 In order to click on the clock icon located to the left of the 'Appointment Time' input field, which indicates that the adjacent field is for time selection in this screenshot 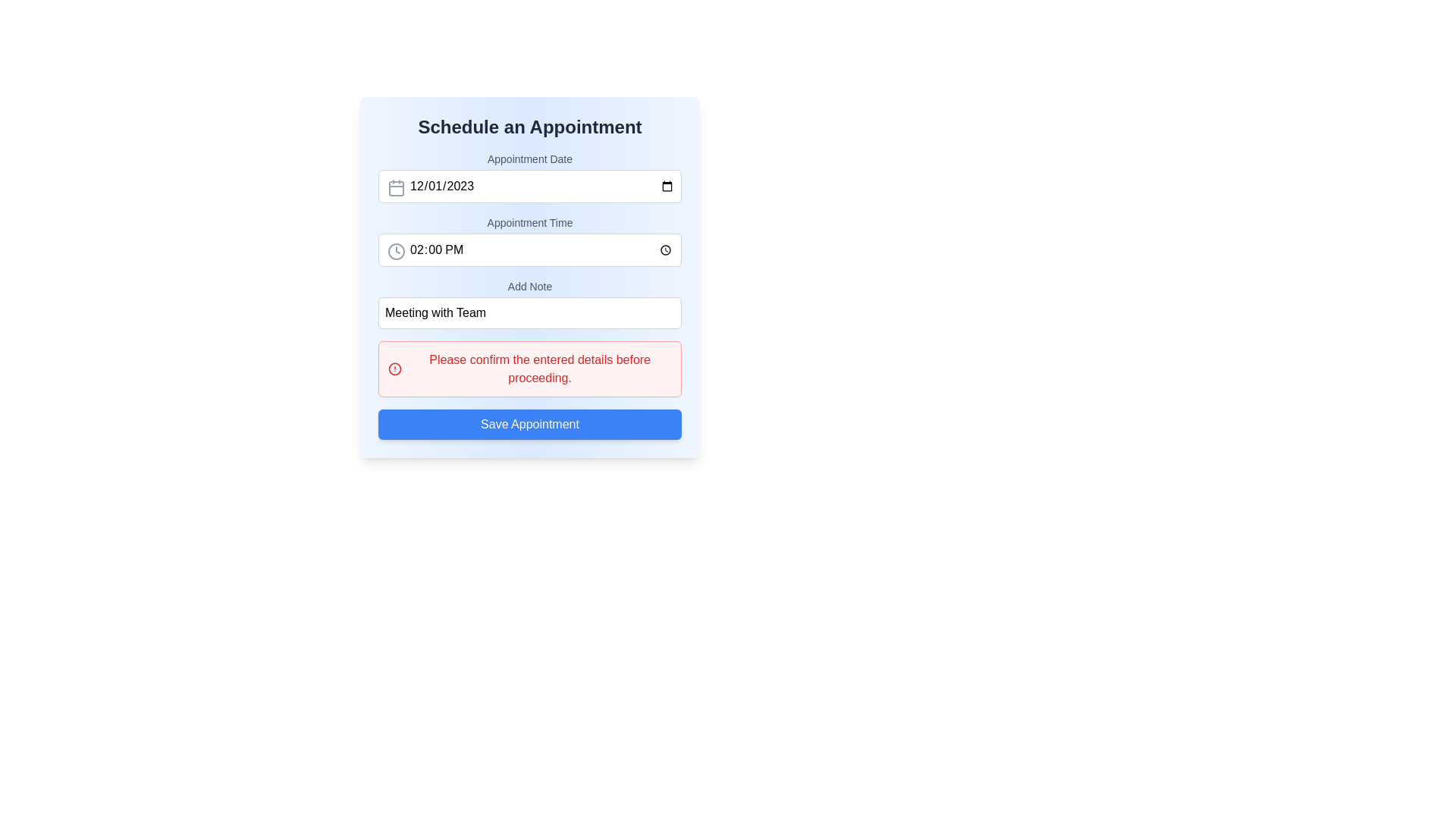, I will do `click(397, 250)`.